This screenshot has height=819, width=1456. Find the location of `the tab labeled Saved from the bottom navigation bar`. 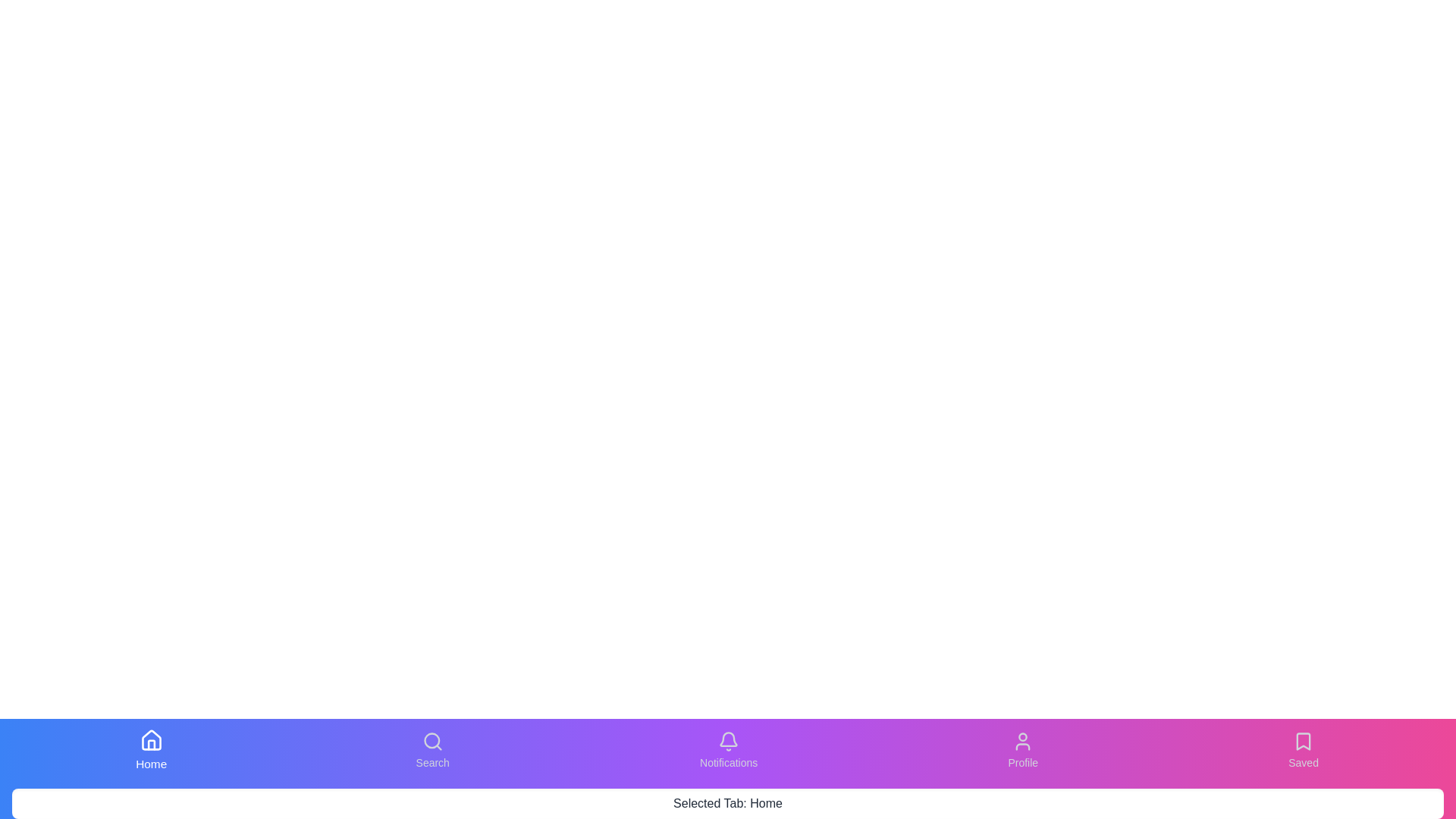

the tab labeled Saved from the bottom navigation bar is located at coordinates (1302, 751).